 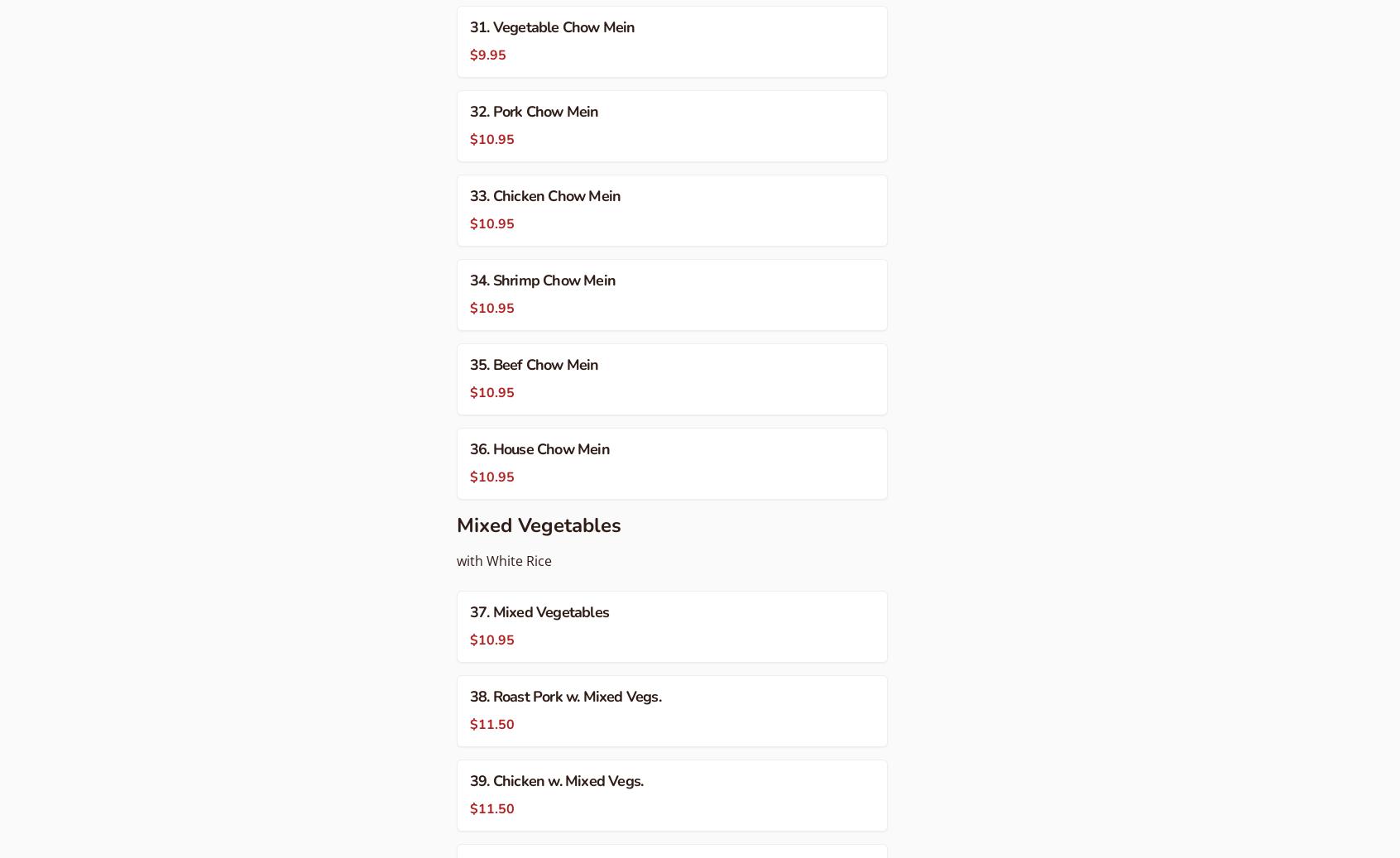 I want to click on '38.  Roast Pork w. Mixed Vegs.', so click(x=565, y=697).